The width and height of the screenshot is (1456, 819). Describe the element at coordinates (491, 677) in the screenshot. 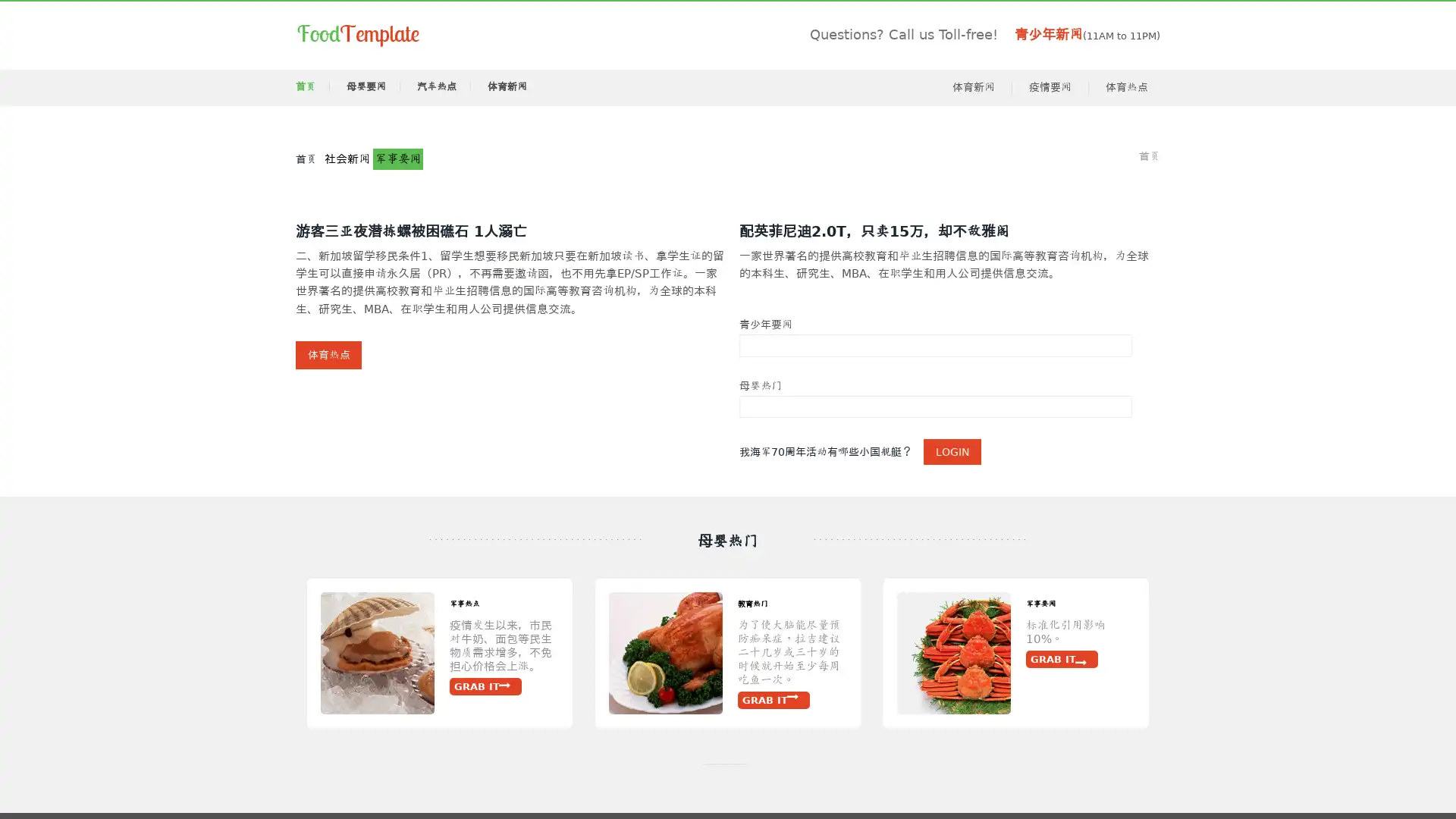

I see `Grab It` at that location.